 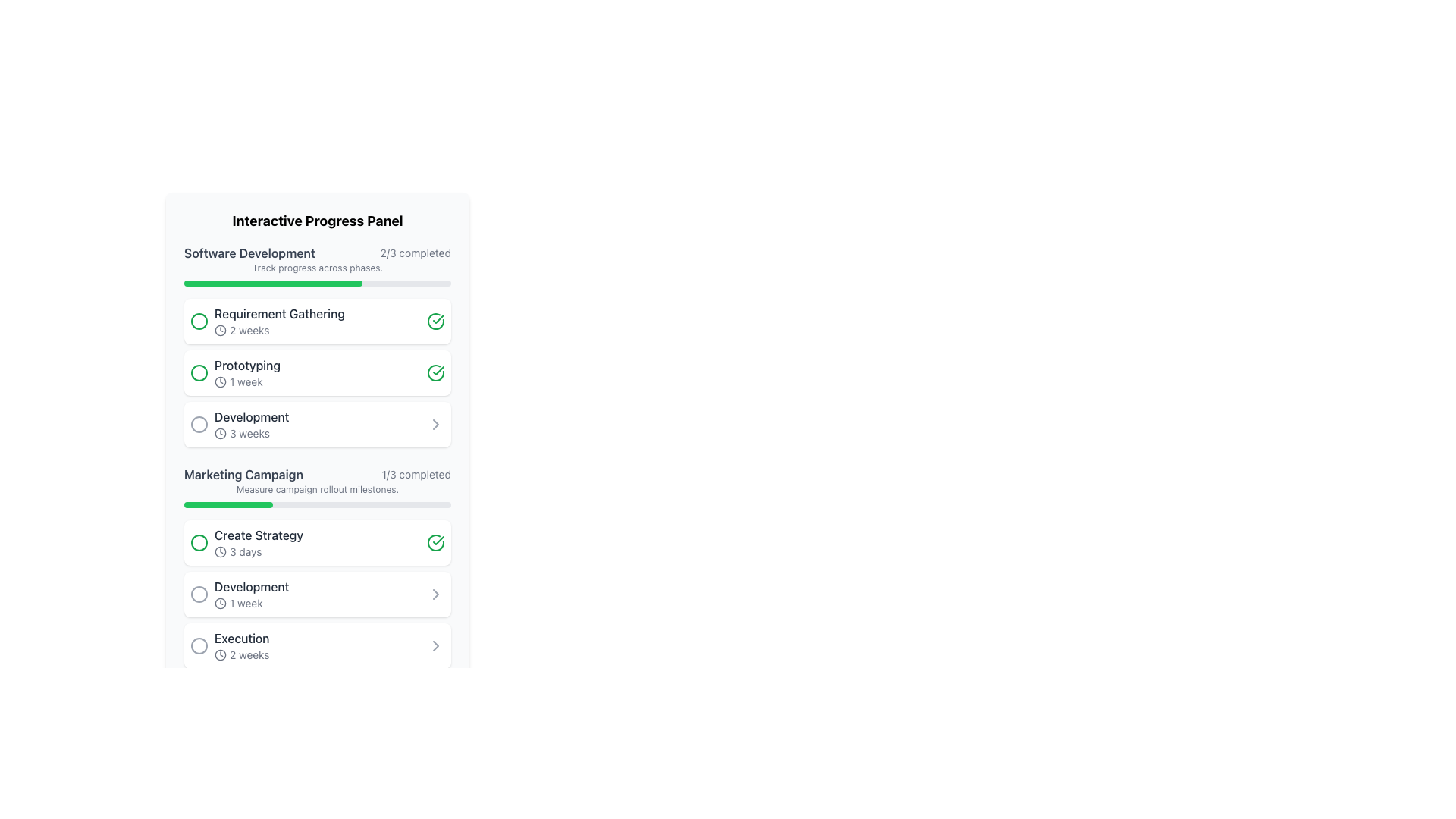 What do you see at coordinates (199, 646) in the screenshot?
I see `the circular icon representing the task state for 'Execution 2 weeks' to change its state` at bounding box center [199, 646].